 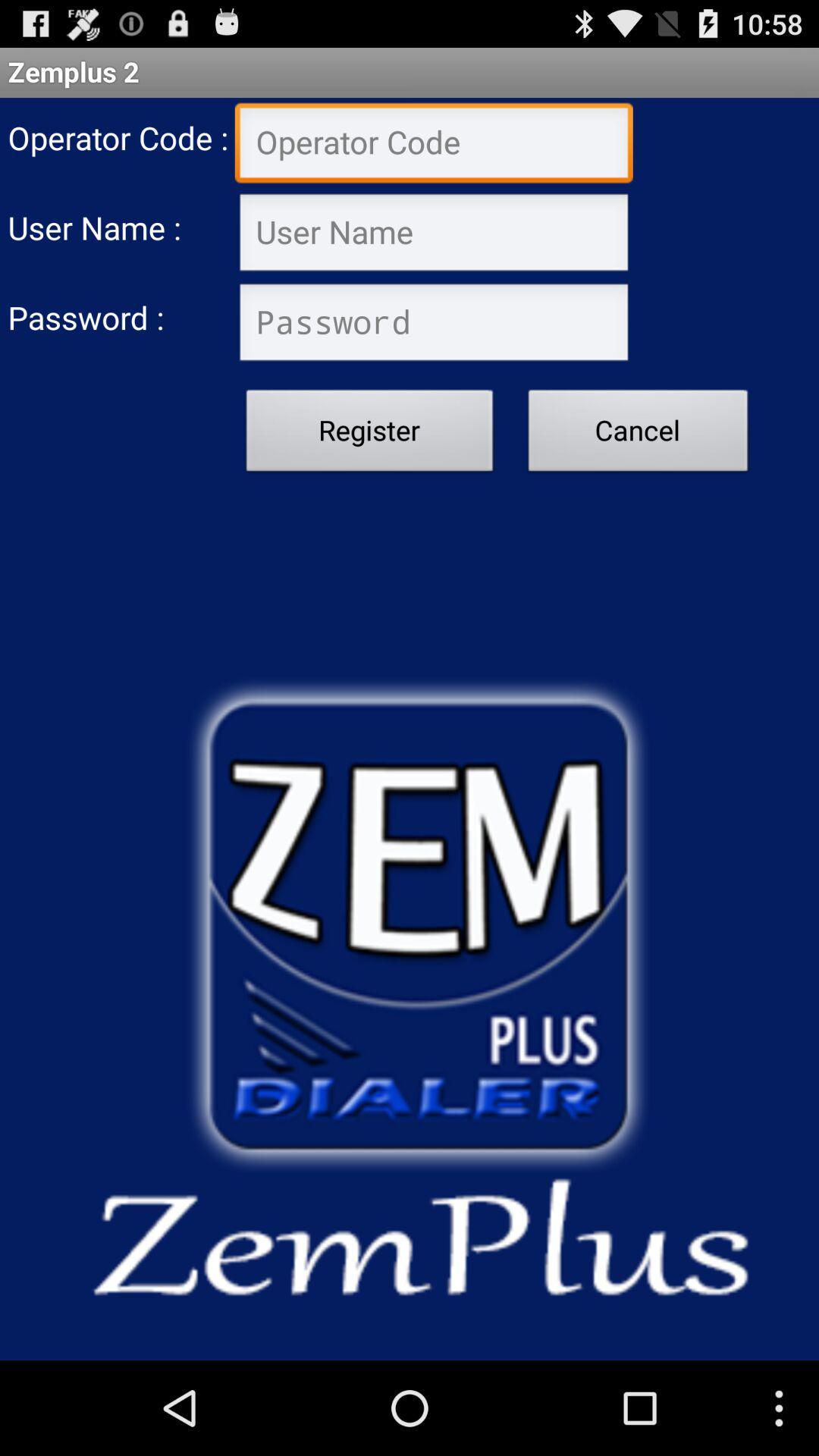 What do you see at coordinates (434, 234) in the screenshot?
I see `username button` at bounding box center [434, 234].